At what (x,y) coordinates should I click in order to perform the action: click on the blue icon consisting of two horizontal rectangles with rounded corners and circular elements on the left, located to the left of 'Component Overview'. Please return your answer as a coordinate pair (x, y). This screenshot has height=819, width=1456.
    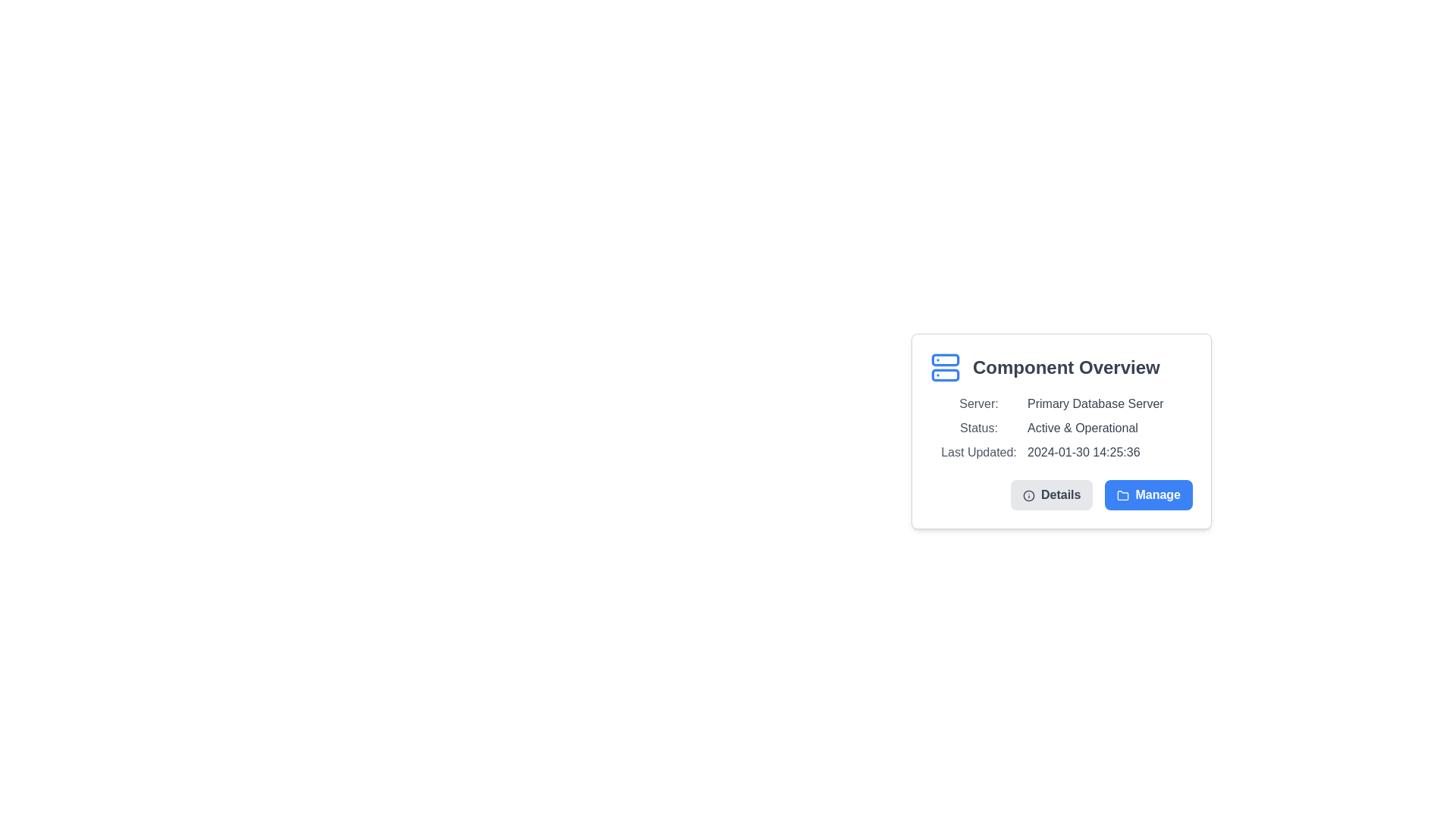
    Looking at the image, I should click on (945, 368).